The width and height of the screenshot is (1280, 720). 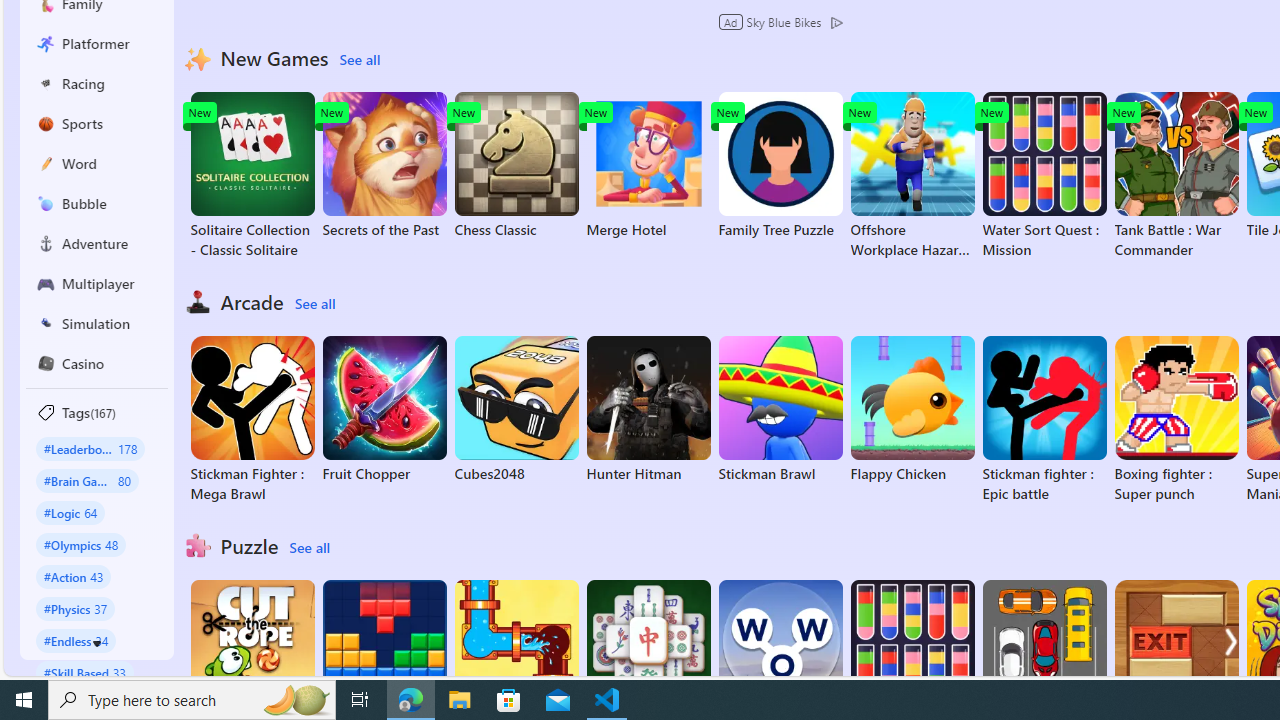 What do you see at coordinates (84, 672) in the screenshot?
I see `'#Skill Based 33'` at bounding box center [84, 672].